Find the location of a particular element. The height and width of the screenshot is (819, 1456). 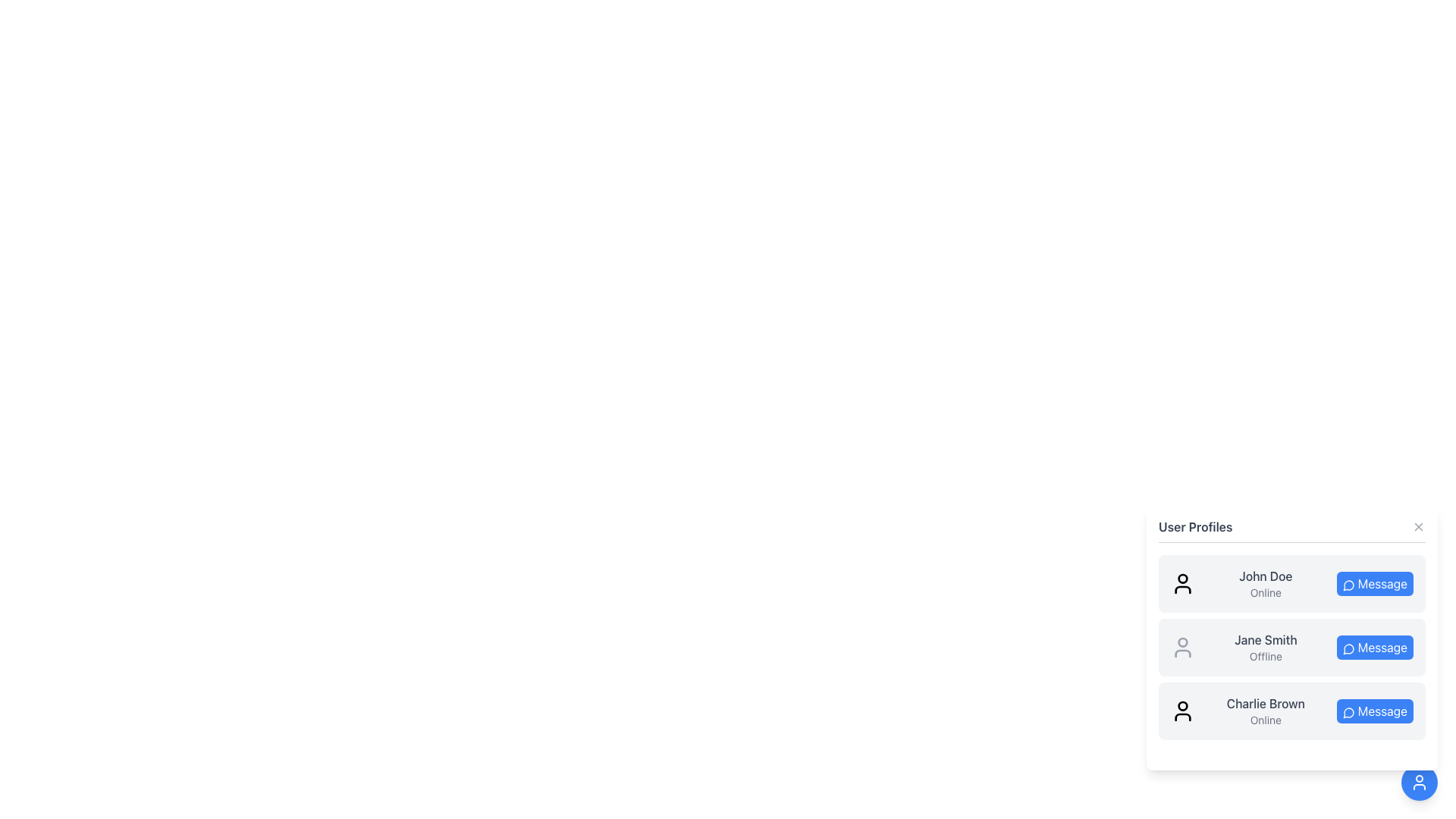

the textual content of the Profile entry item for 'John Doe' which is part of the 'User Profiles' section is located at coordinates (1291, 583).